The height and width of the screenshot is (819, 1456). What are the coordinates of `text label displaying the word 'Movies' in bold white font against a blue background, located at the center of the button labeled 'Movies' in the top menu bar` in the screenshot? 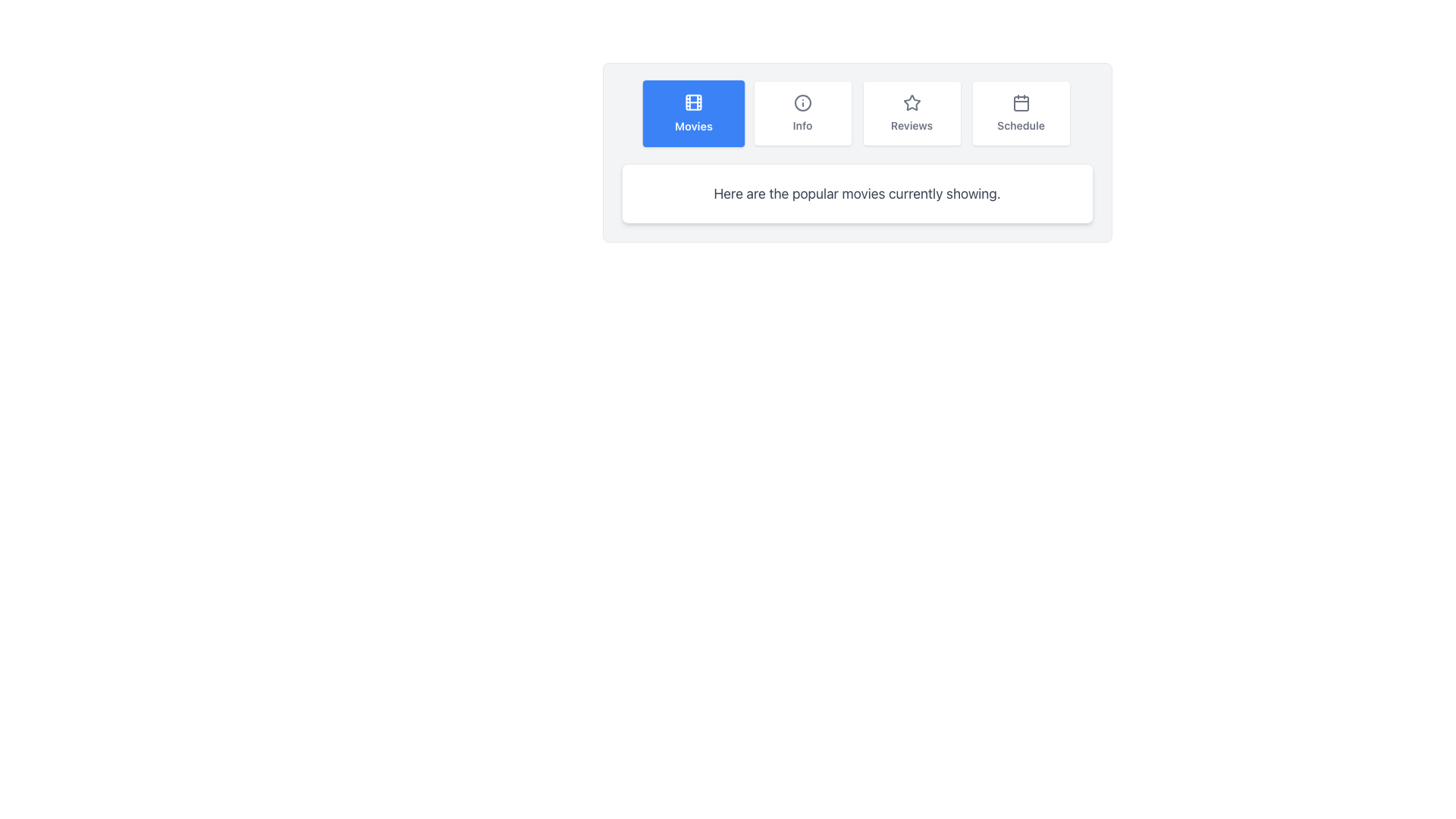 It's located at (692, 125).